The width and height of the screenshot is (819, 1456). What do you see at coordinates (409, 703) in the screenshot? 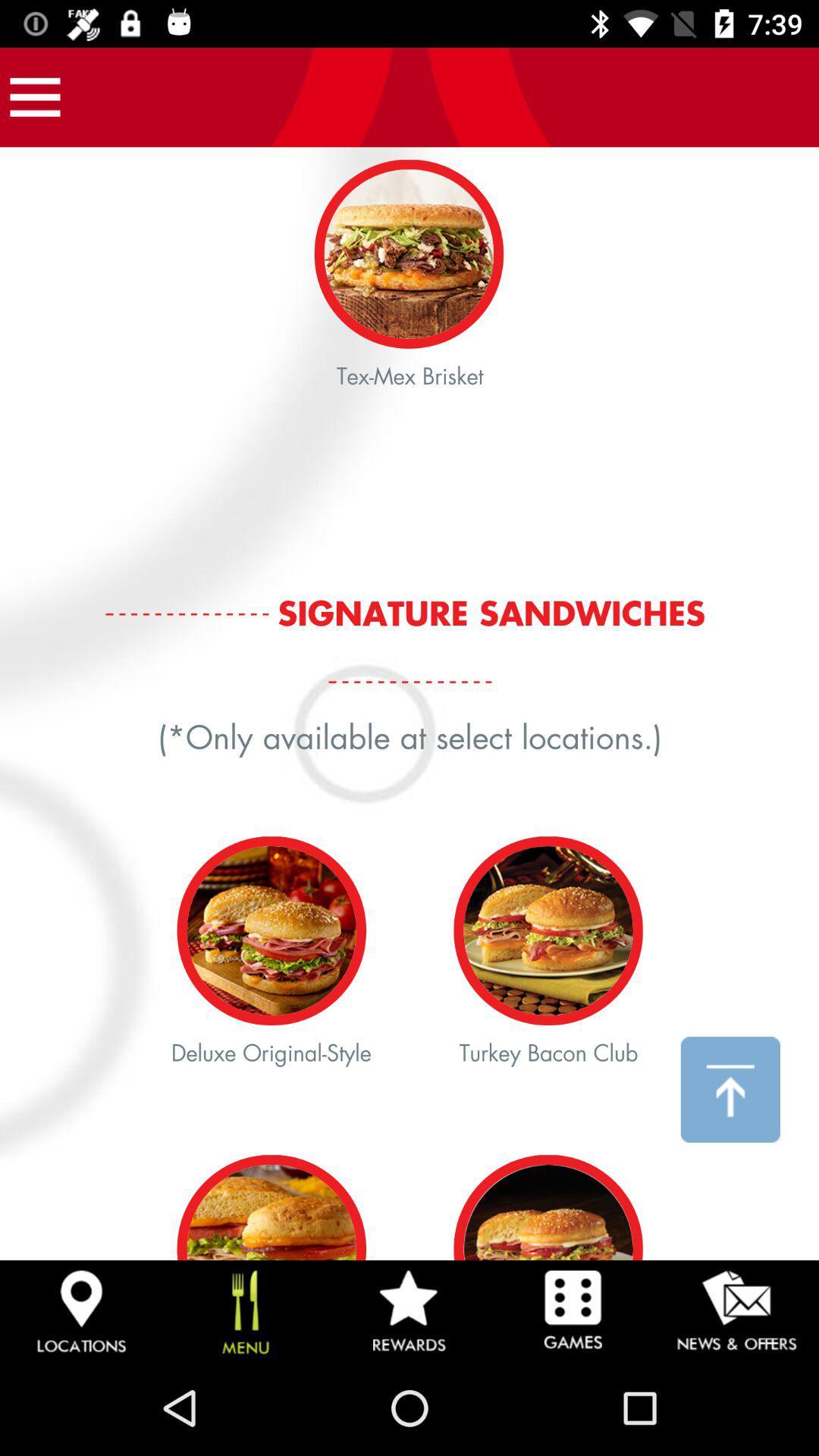
I see `a sandwich` at bounding box center [409, 703].